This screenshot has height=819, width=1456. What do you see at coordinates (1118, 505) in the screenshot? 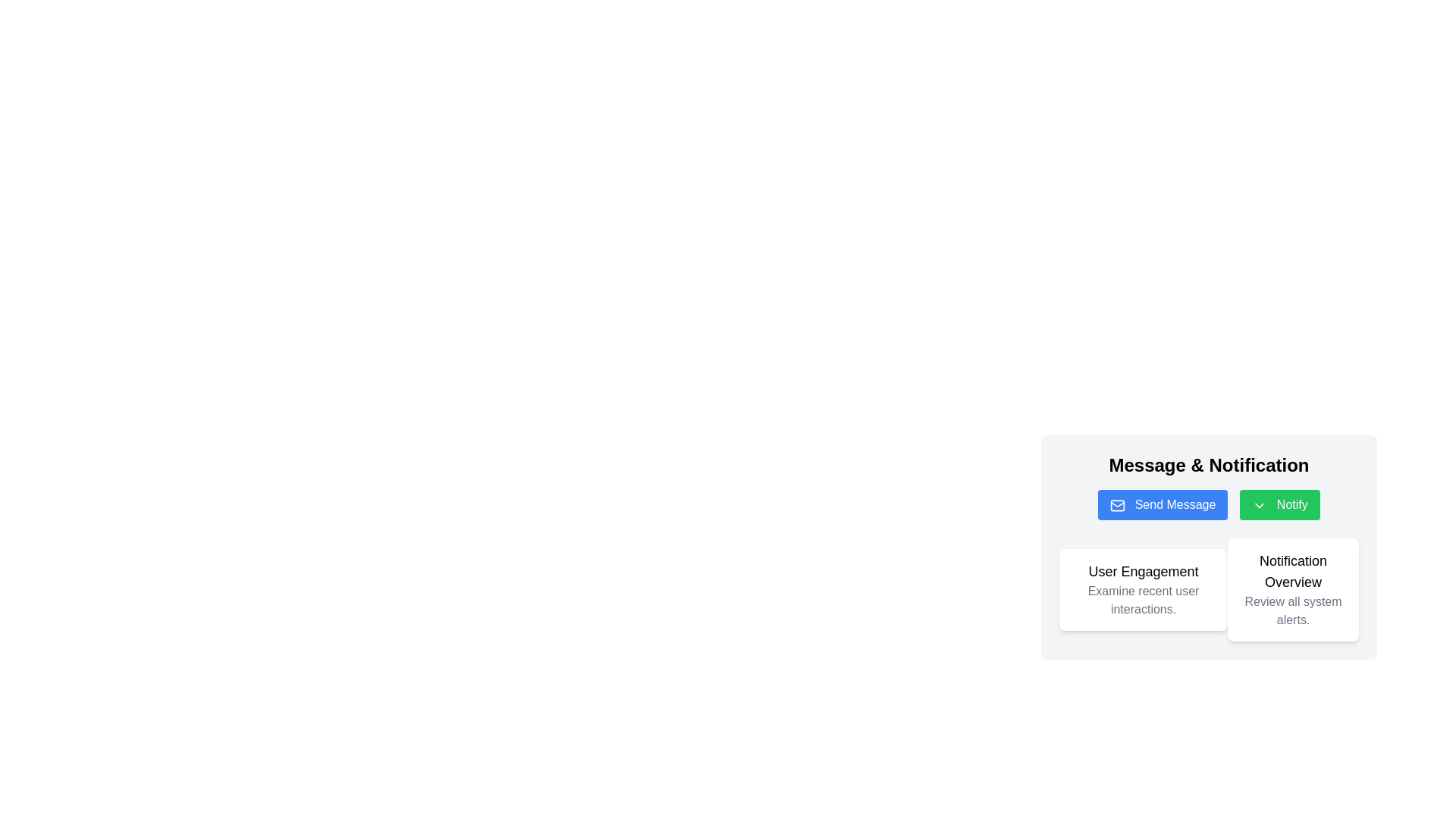
I see `the envelope-shaped SVG icon, which is styled with rounded corners and a thin line design, located to the left of the 'Send Message' button in the 'Message & Notification' panel` at bounding box center [1118, 505].